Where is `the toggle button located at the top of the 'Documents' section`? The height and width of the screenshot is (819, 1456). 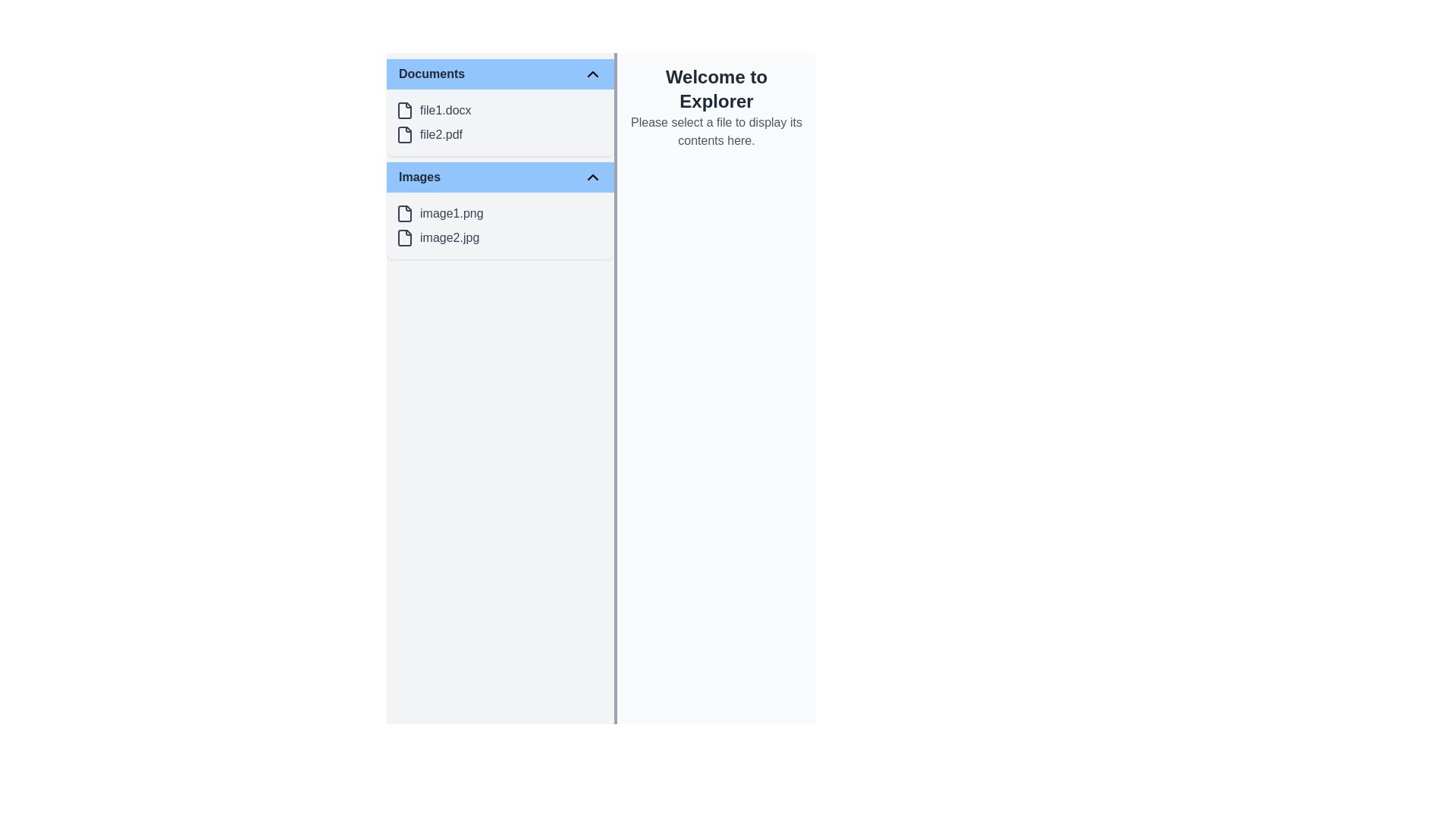 the toggle button located at the top of the 'Documents' section is located at coordinates (500, 74).